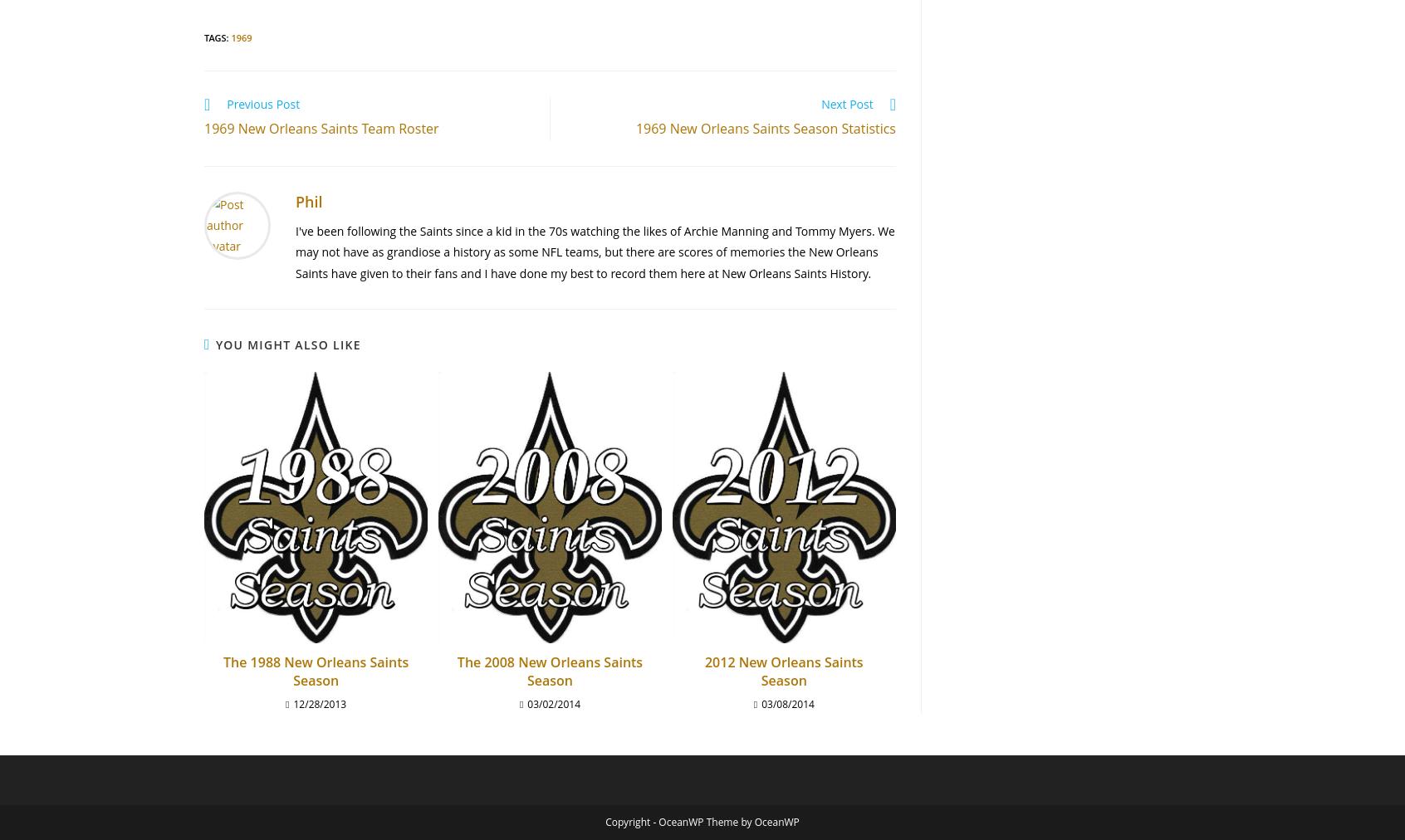  I want to click on 'I've been following the Saints since a kid in the 70s watching the likes of Archie Manning and Tommy Myers.
 We may not have as grandiose a history as some NFL teams, but there are scores of memories the New Orleans Saints have given to their fans and I have done my best to record them here at New Orleans Saints History.', so click(594, 251).